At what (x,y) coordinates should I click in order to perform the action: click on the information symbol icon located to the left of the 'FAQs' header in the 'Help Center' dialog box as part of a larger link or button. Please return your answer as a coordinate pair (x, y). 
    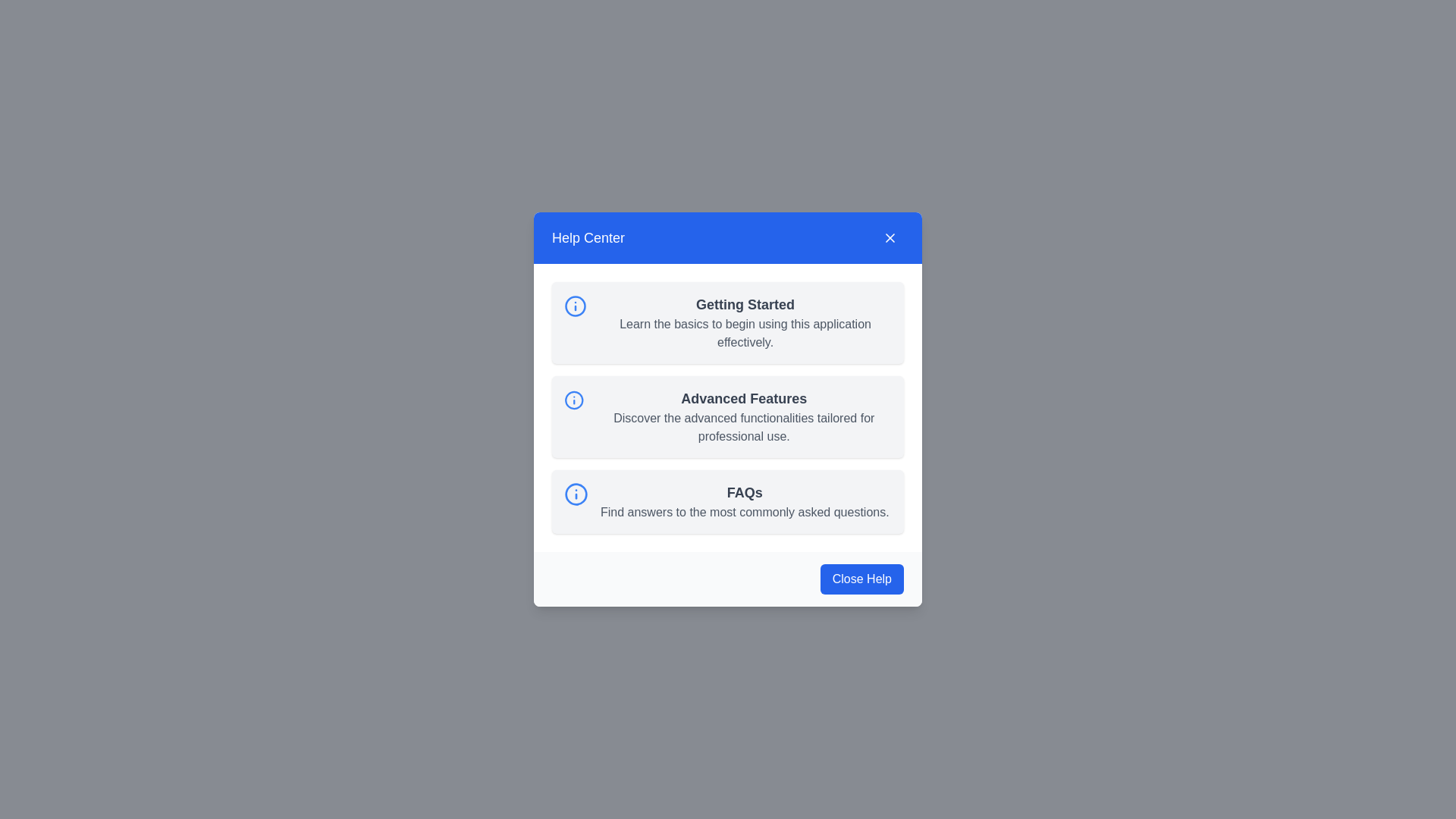
    Looking at the image, I should click on (575, 494).